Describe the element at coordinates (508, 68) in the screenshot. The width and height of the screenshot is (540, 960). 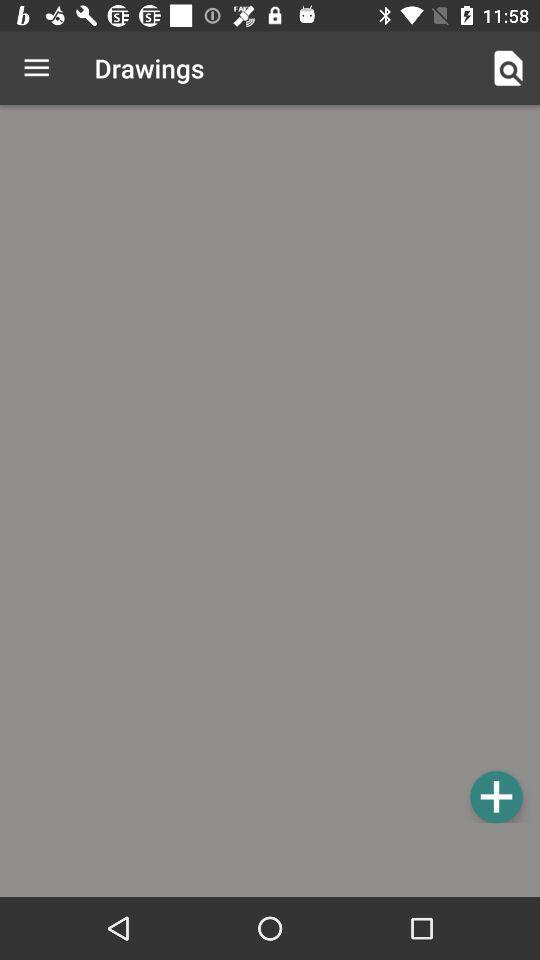
I see `item to the right of the drawings icon` at that location.